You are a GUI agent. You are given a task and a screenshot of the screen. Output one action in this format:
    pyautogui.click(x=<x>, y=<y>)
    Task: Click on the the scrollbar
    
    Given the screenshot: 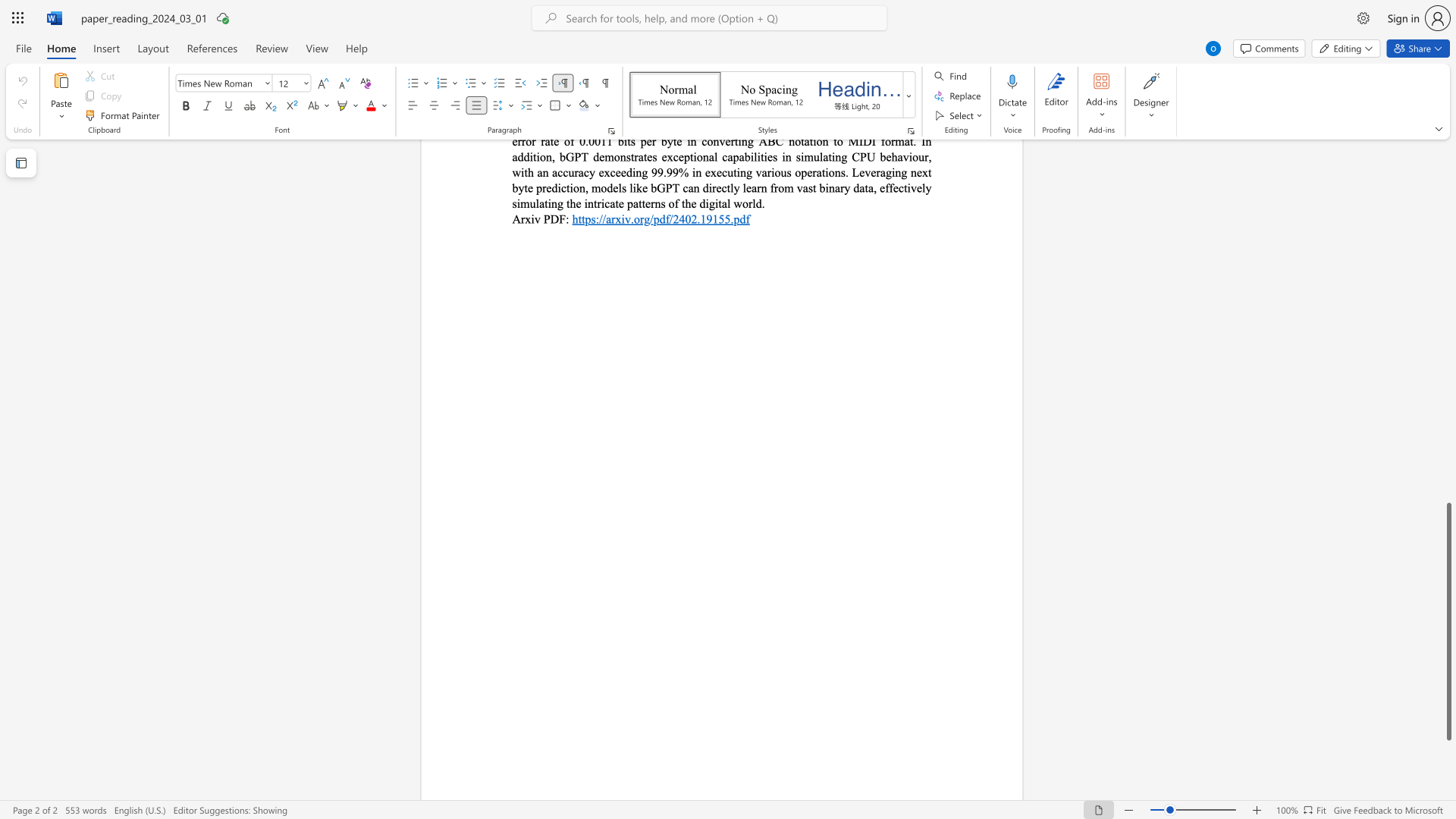 What is the action you would take?
    pyautogui.click(x=1448, y=212)
    